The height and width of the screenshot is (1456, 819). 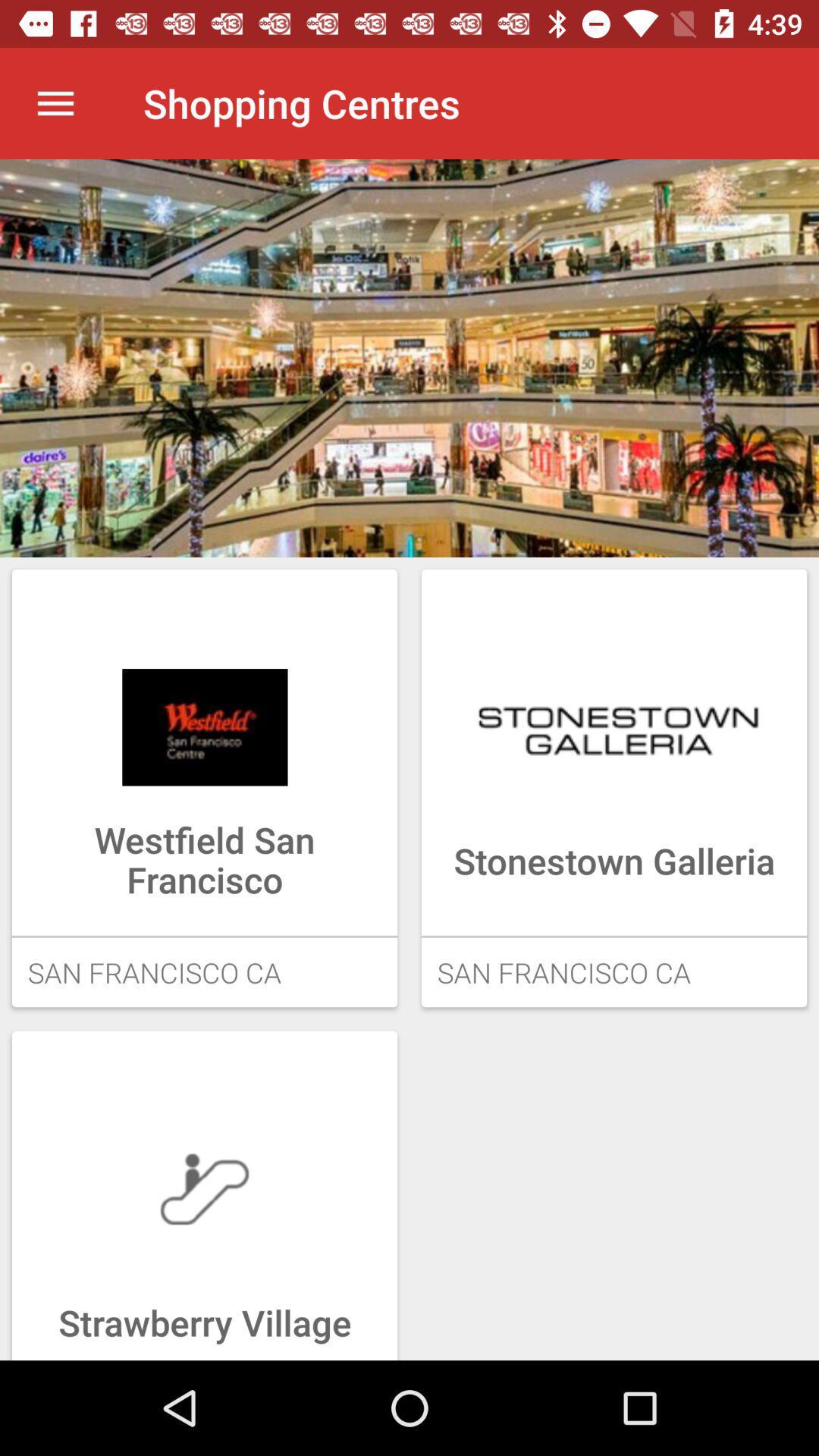 What do you see at coordinates (55, 102) in the screenshot?
I see `the item to the left of shopping centres item` at bounding box center [55, 102].